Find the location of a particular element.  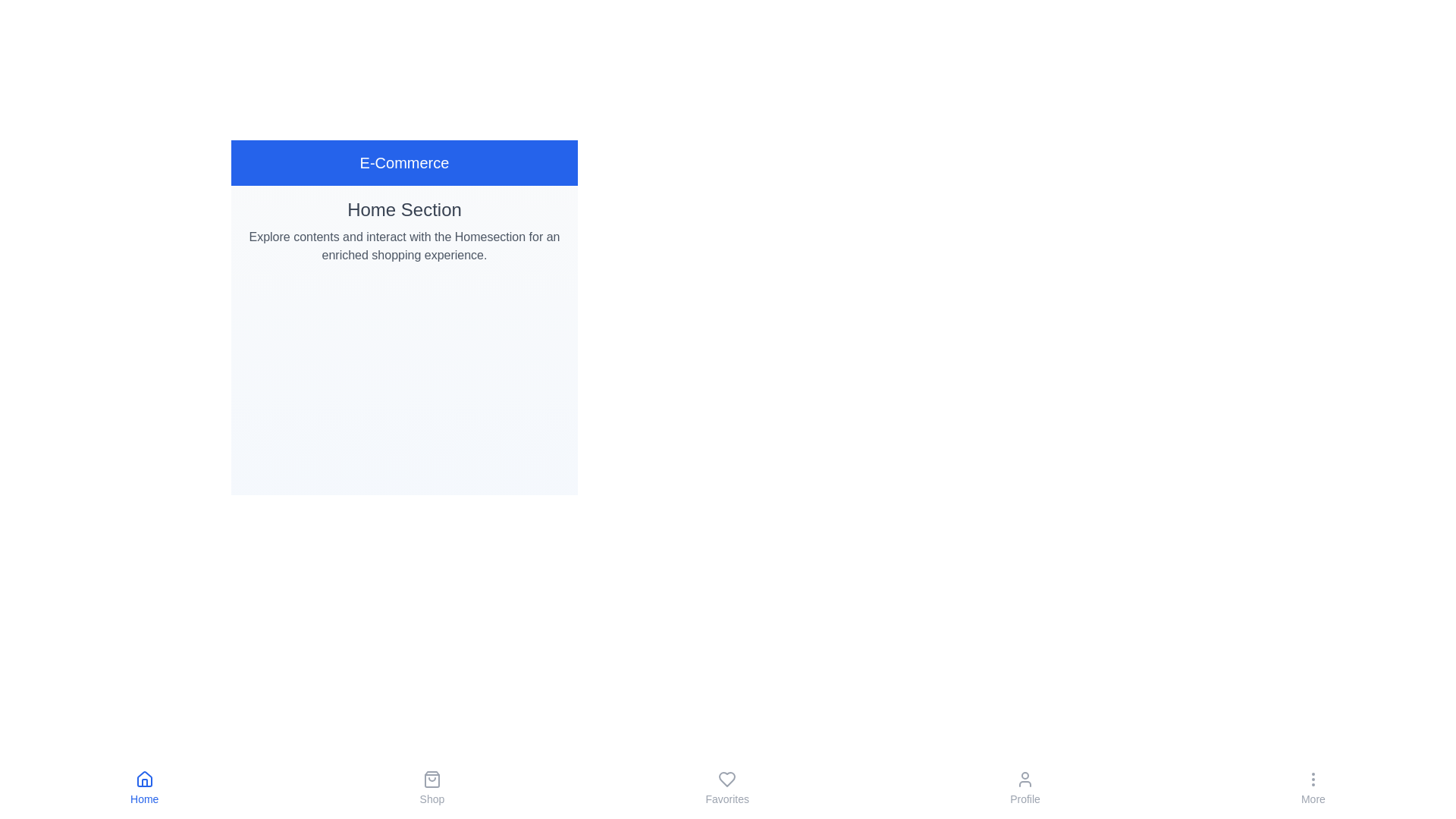

the More button in the bottom navigation bar to navigate to the corresponding tab is located at coordinates (1313, 788).